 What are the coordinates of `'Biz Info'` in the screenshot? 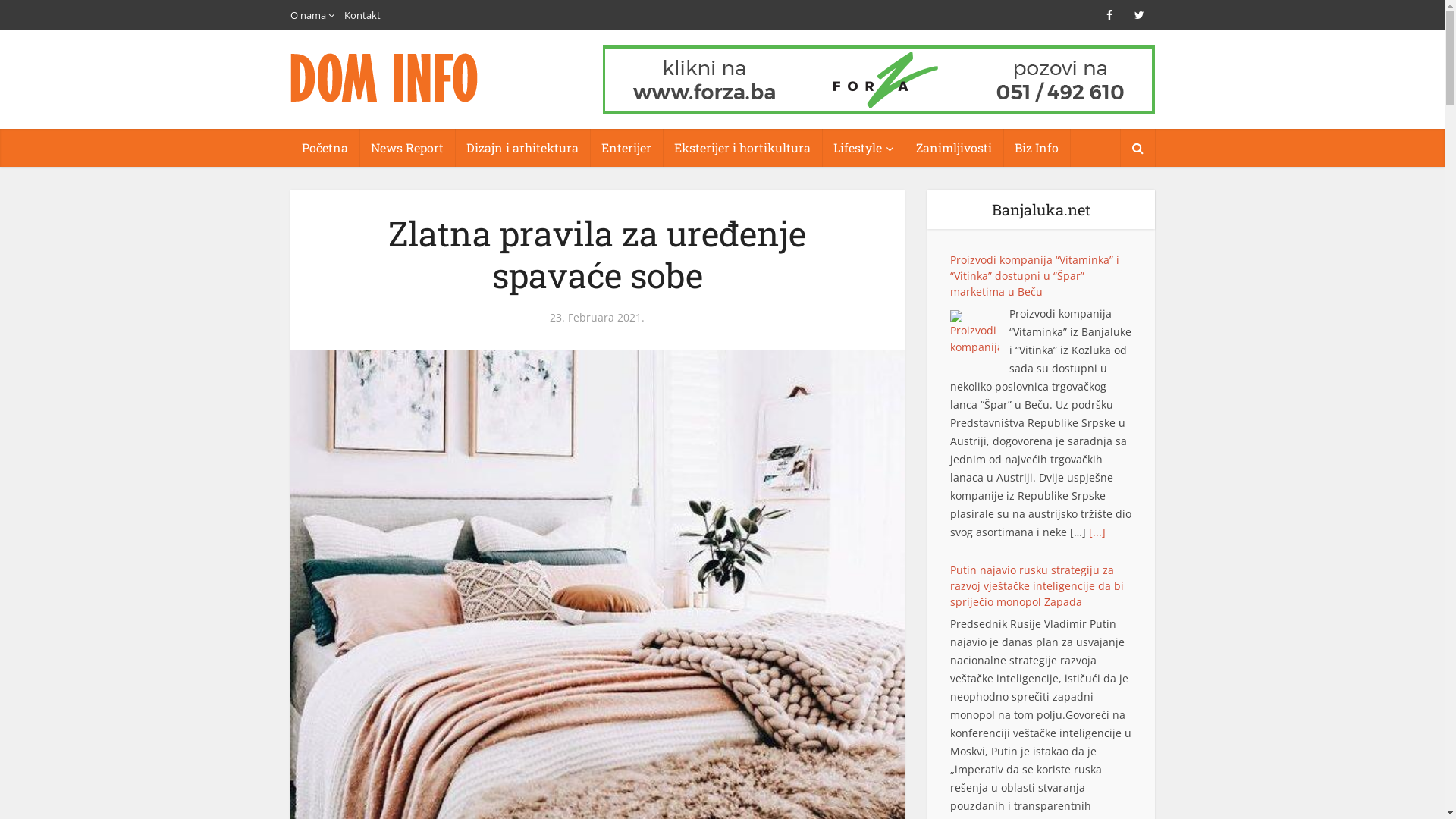 It's located at (1035, 148).